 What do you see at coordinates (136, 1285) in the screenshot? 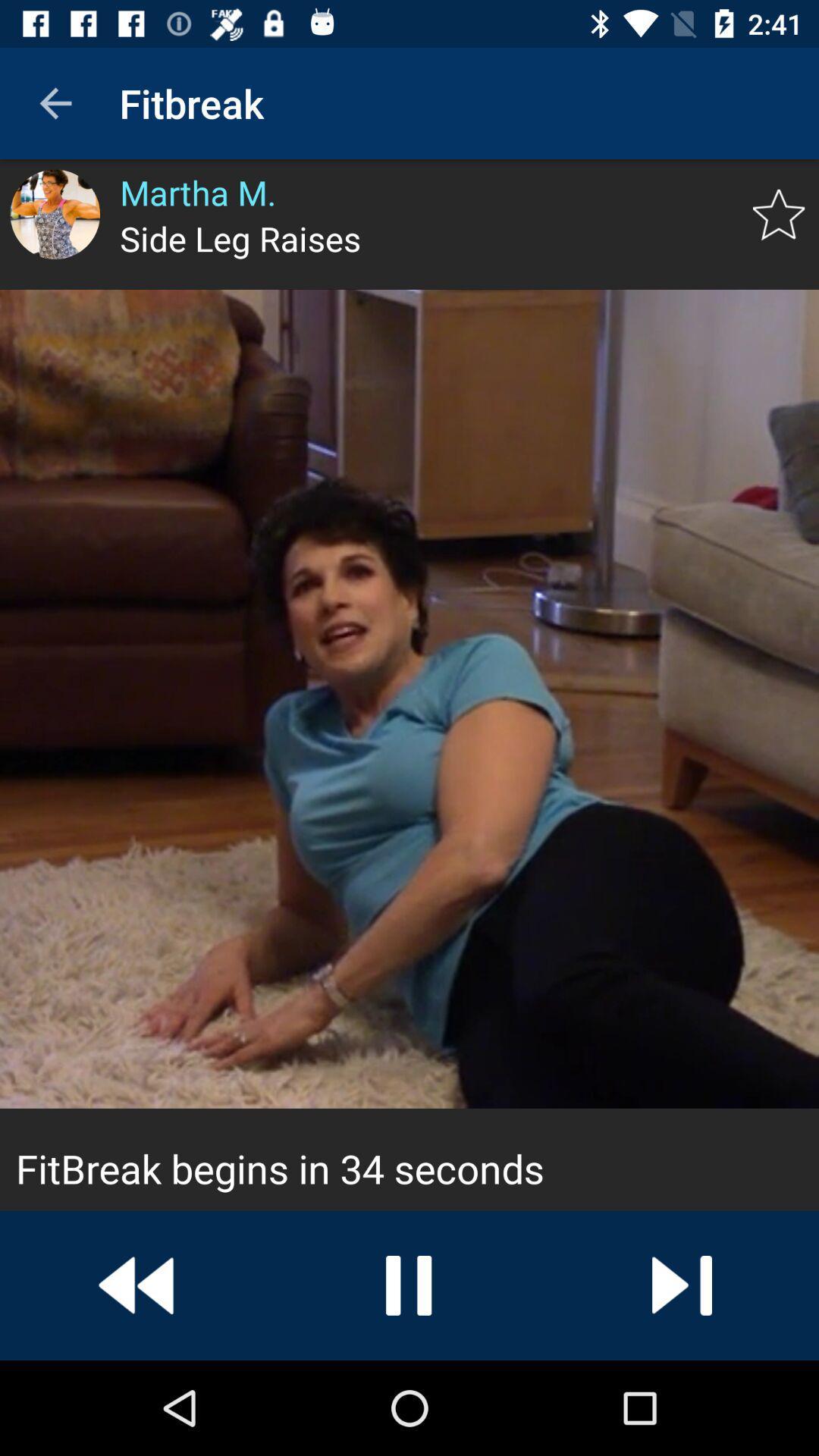
I see `rewind video` at bounding box center [136, 1285].